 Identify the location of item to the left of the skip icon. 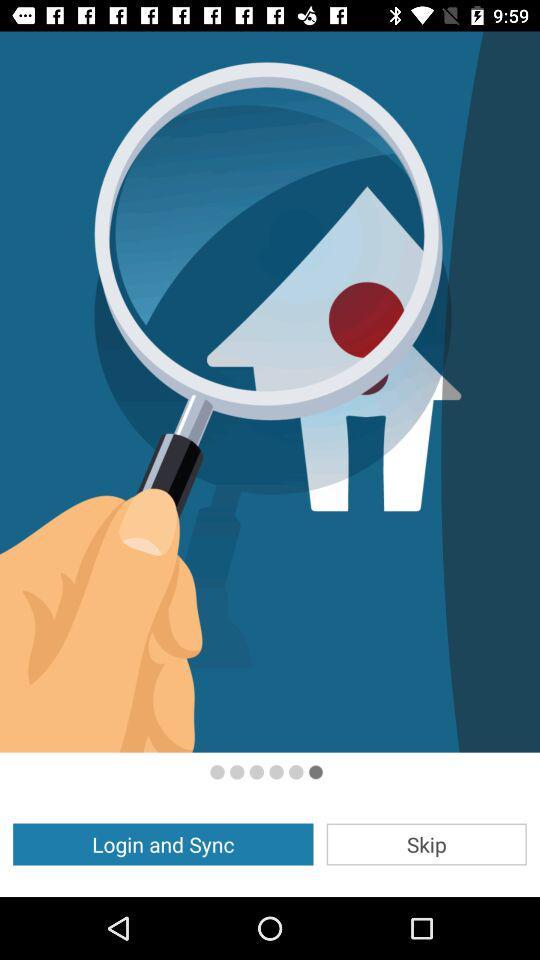
(162, 843).